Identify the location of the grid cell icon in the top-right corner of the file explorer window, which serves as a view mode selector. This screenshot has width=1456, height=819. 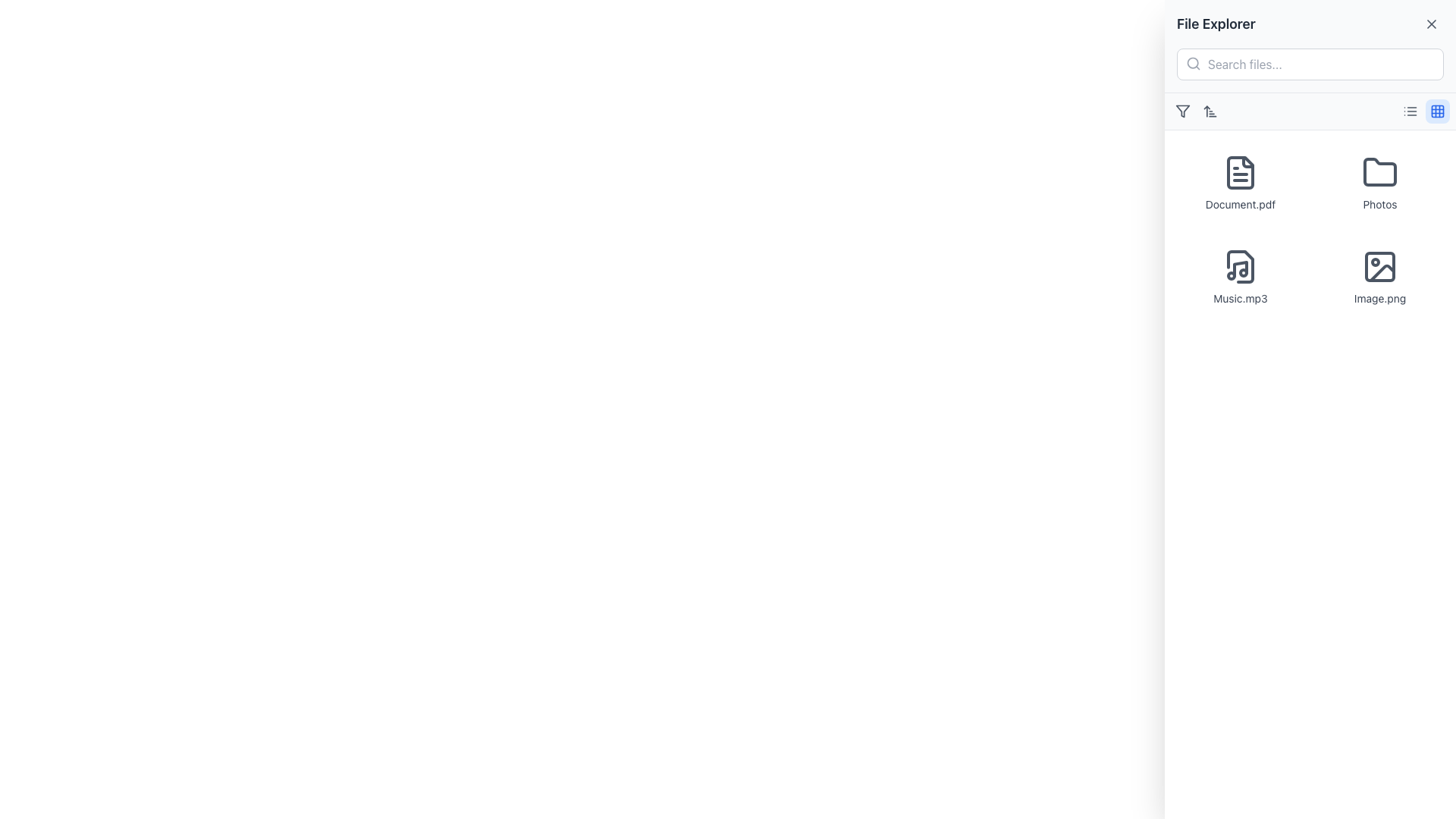
(1437, 110).